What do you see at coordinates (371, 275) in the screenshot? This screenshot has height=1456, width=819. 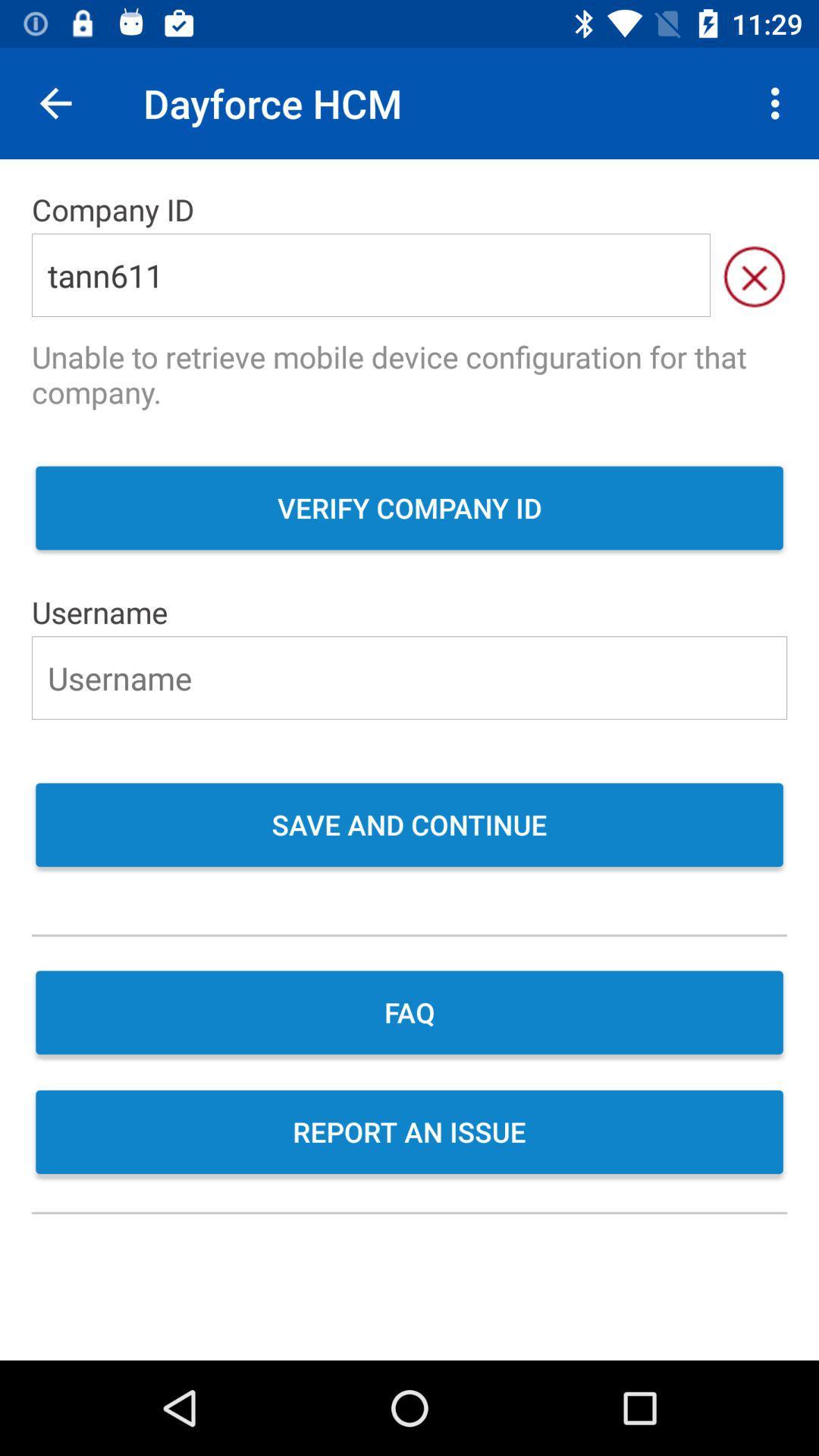 I see `the tann611 item` at bounding box center [371, 275].